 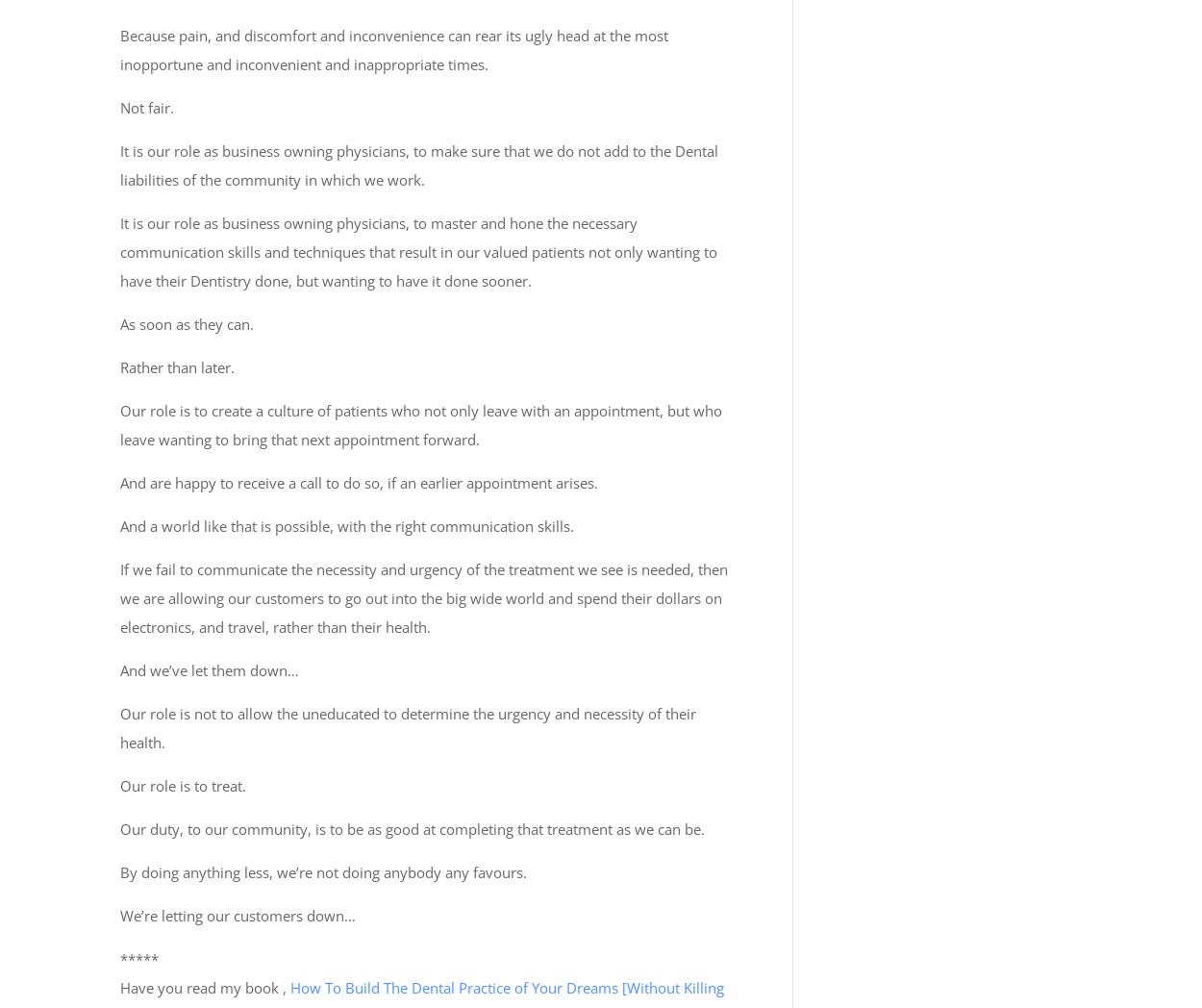 I want to click on 'Our role is not to allow the uneducated to determine the urgency and necessity of their health.', so click(x=408, y=727).